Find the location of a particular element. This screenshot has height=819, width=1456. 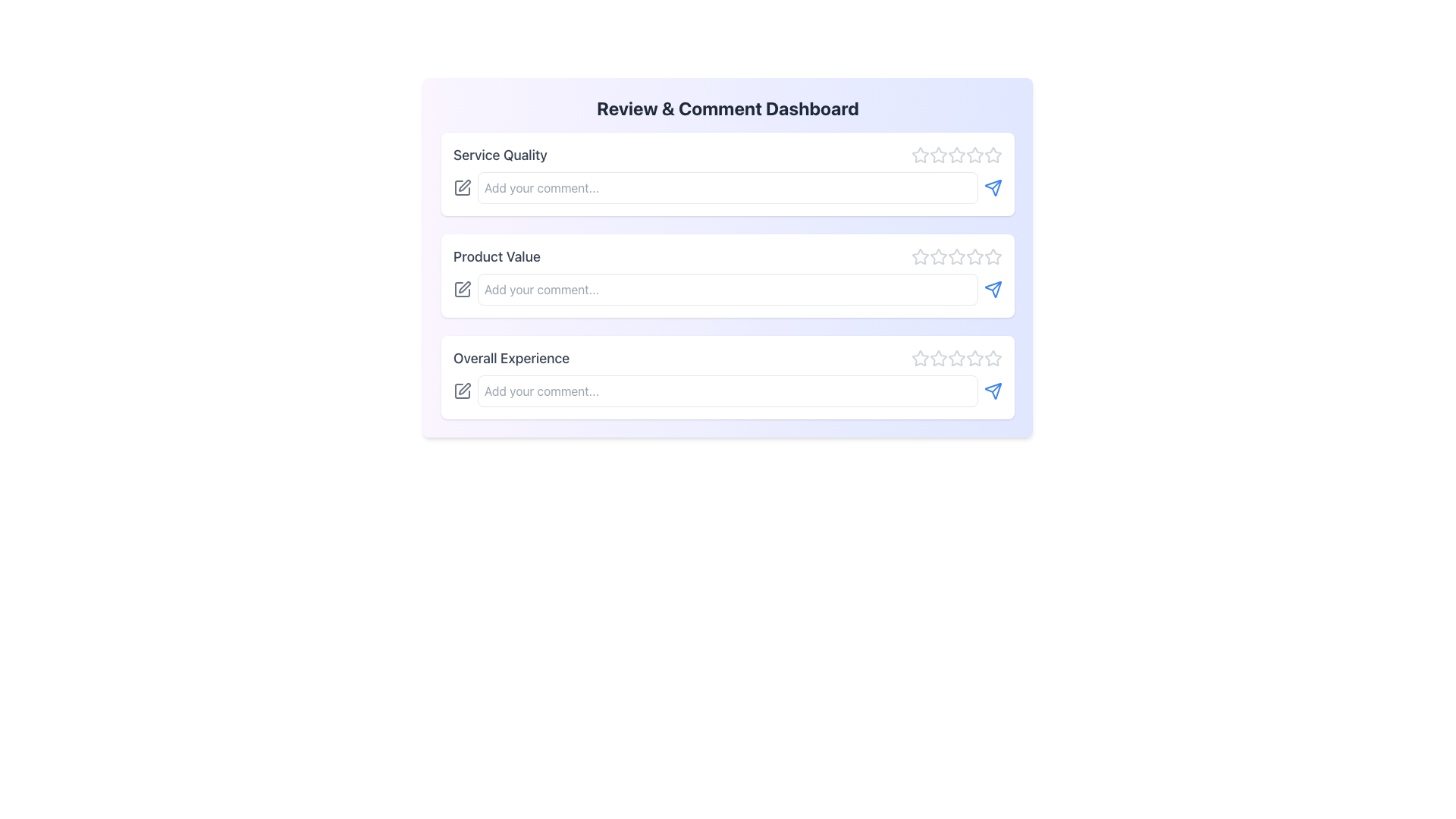

the fourth star icon in the 'Overall Experience' section is located at coordinates (956, 359).